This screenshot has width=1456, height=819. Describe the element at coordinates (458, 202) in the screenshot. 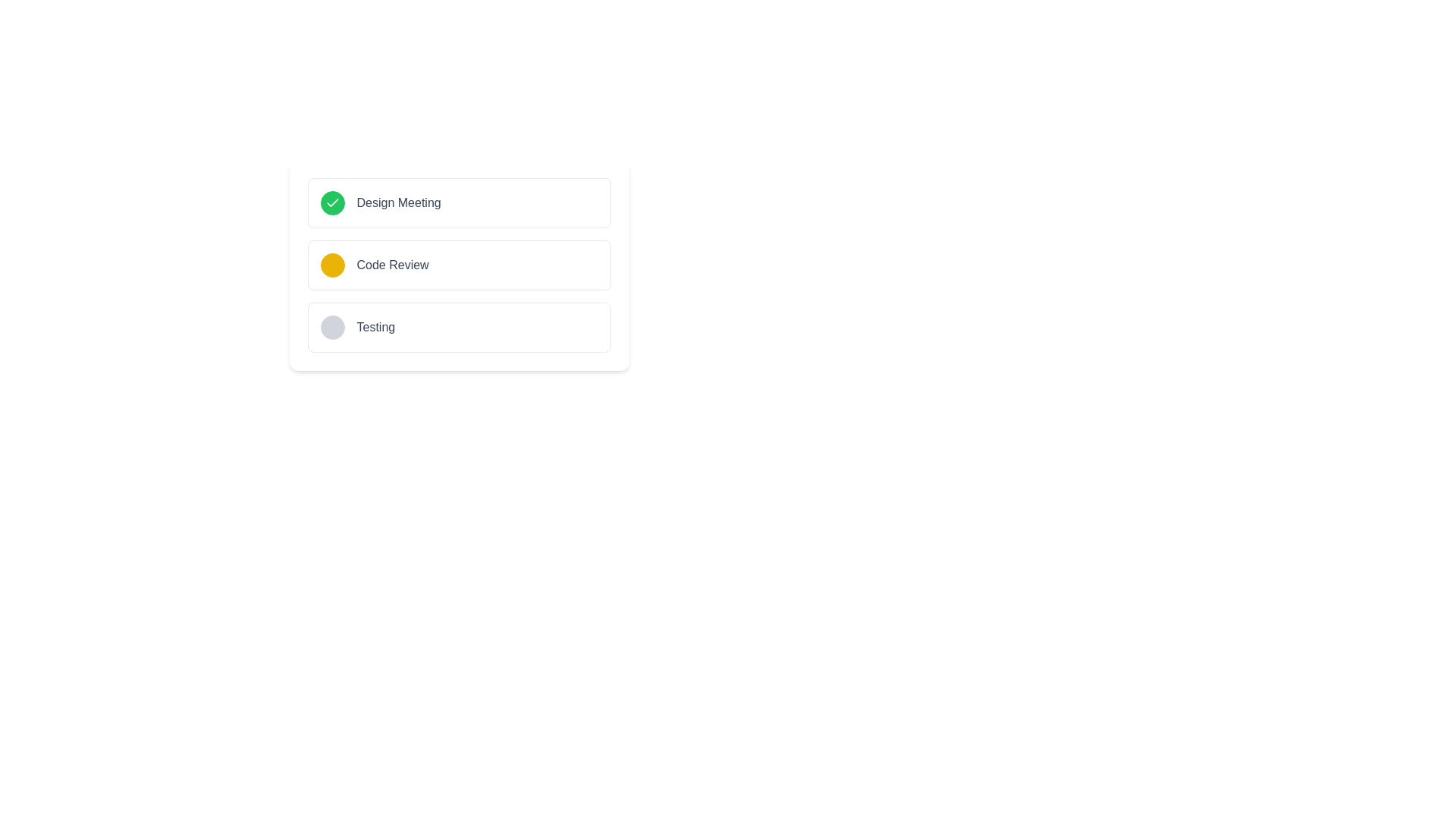

I see `the first item in the task list that represents a 'Design Meeting'` at that location.